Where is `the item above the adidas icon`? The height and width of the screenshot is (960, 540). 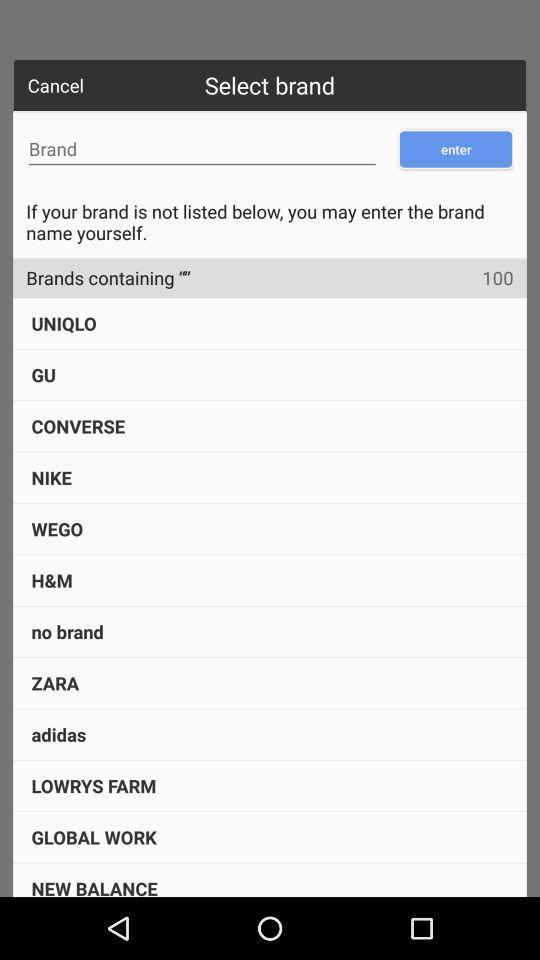 the item above the adidas icon is located at coordinates (55, 683).